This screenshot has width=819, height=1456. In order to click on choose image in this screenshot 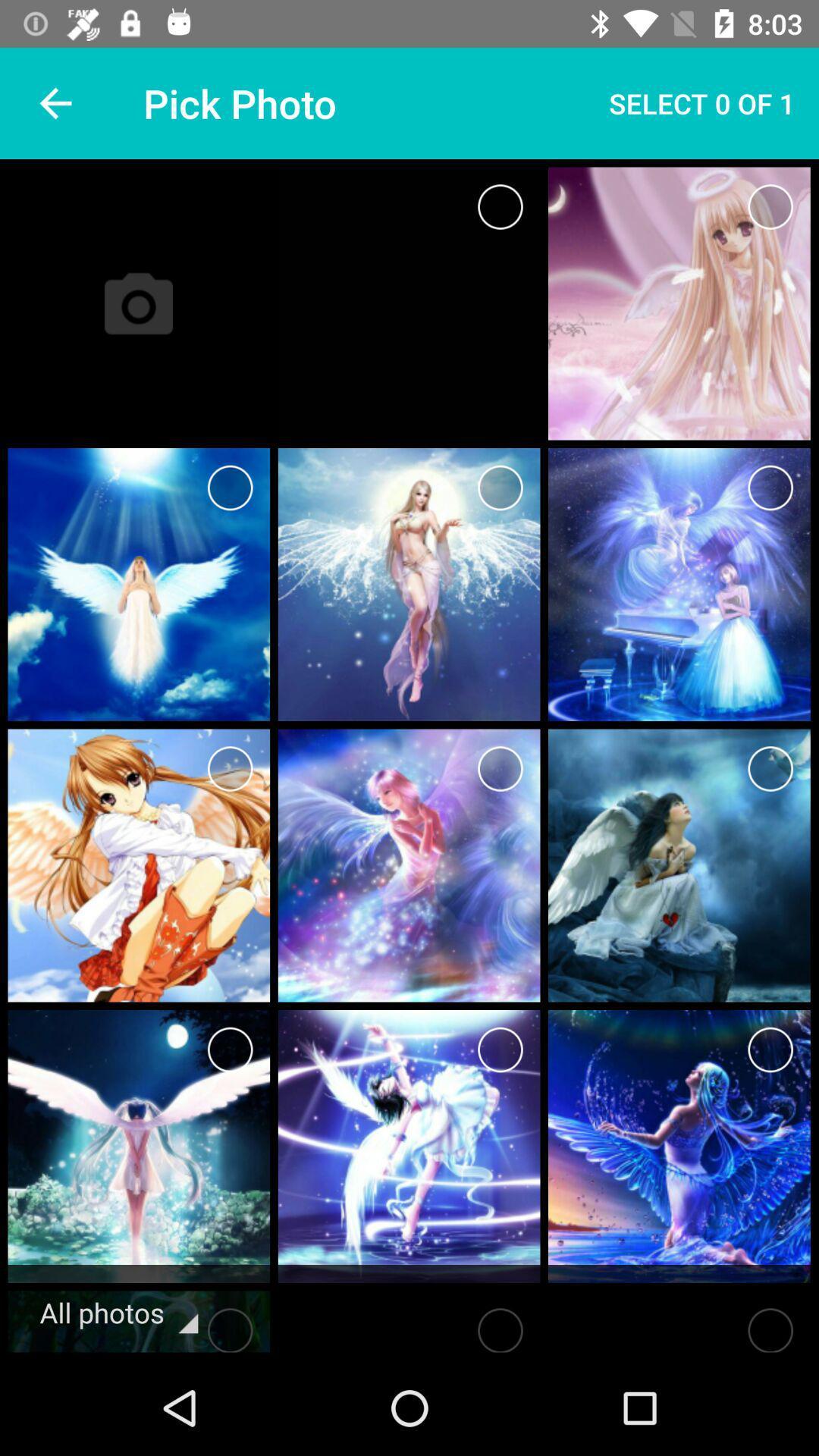, I will do `click(230, 768)`.